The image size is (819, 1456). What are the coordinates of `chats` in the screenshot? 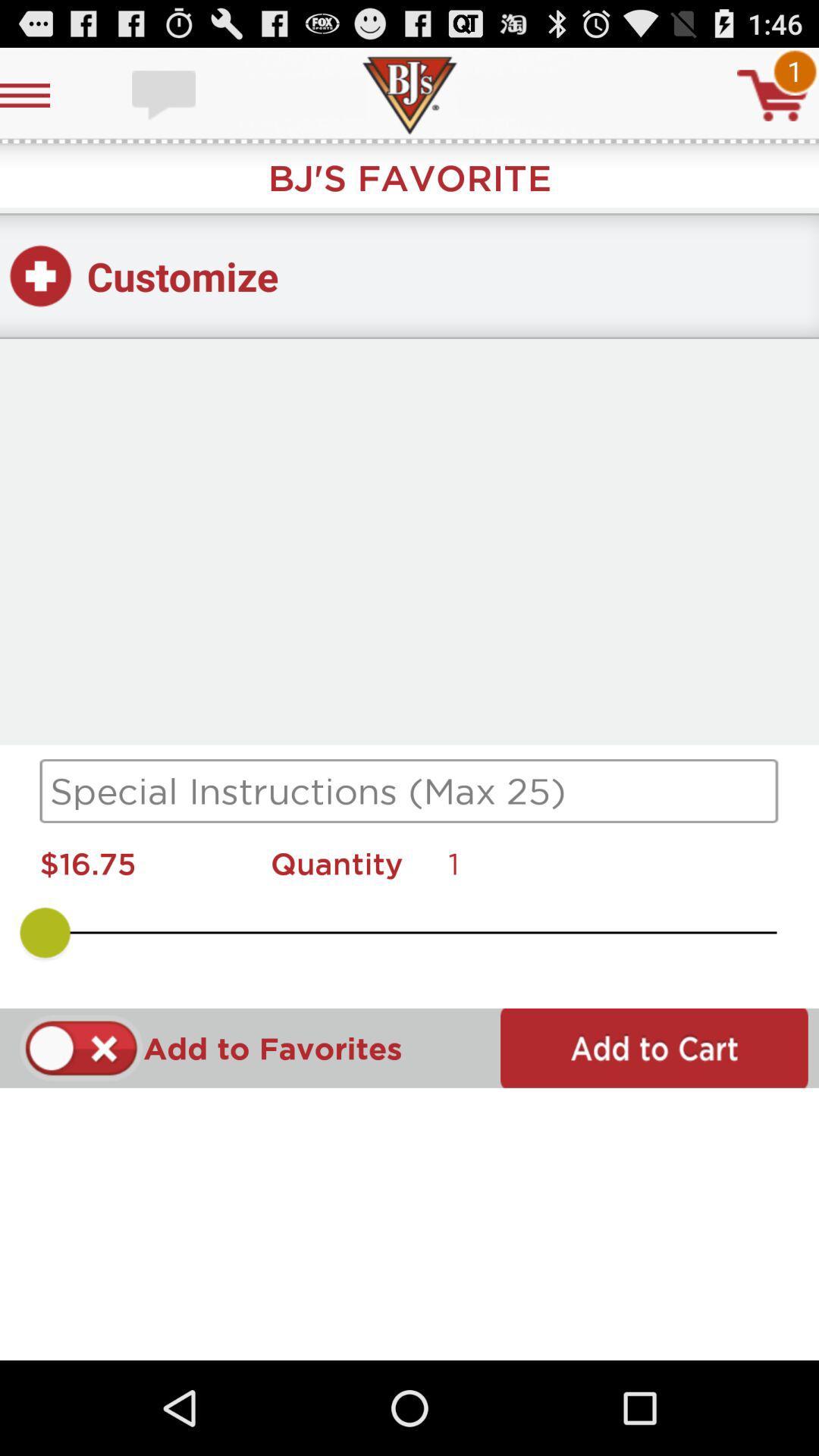 It's located at (165, 94).